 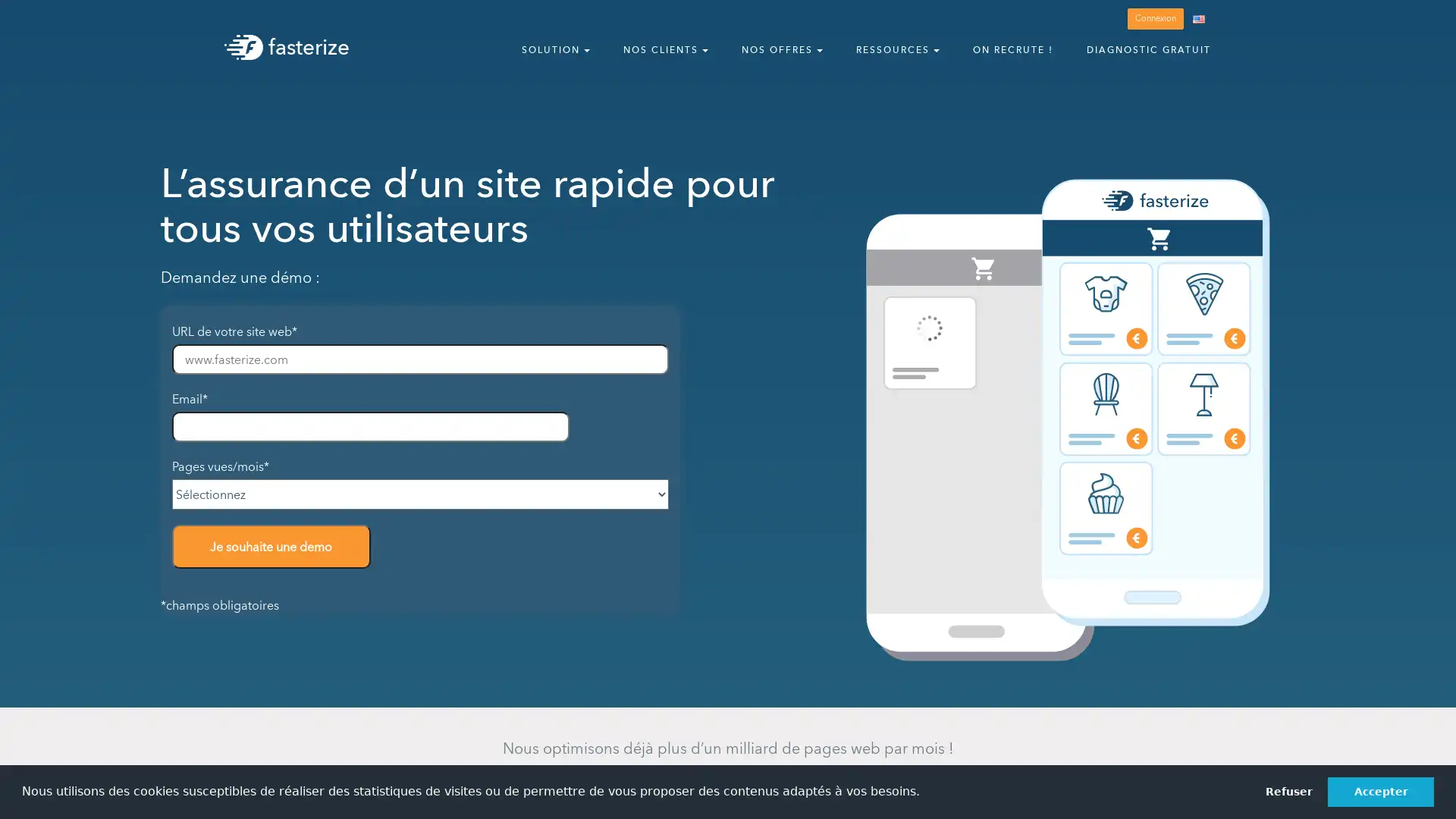 I want to click on Je souhaite une demo, so click(x=271, y=546).